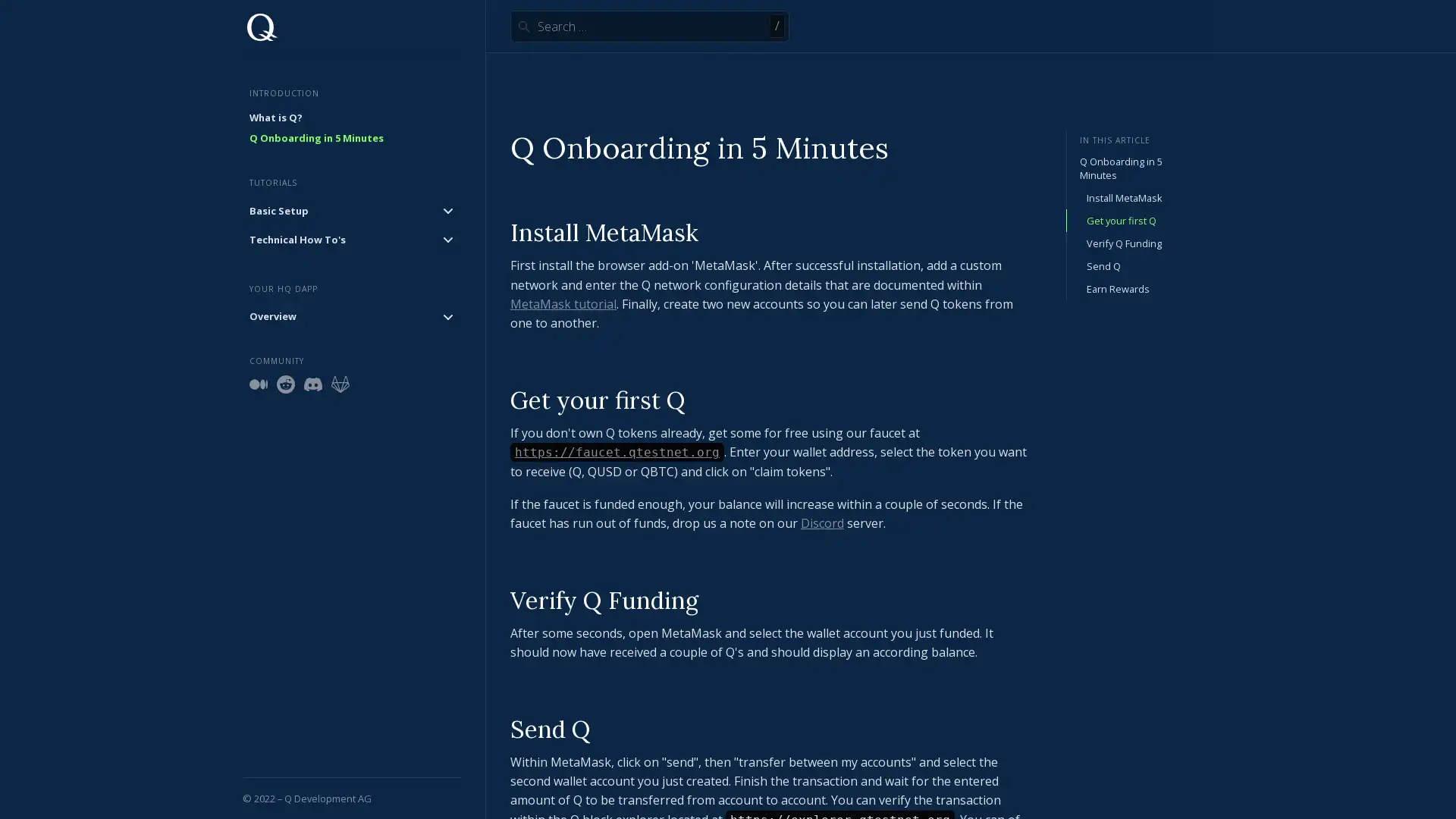  What do you see at coordinates (351, 210) in the screenshot?
I see `Basic Setup` at bounding box center [351, 210].